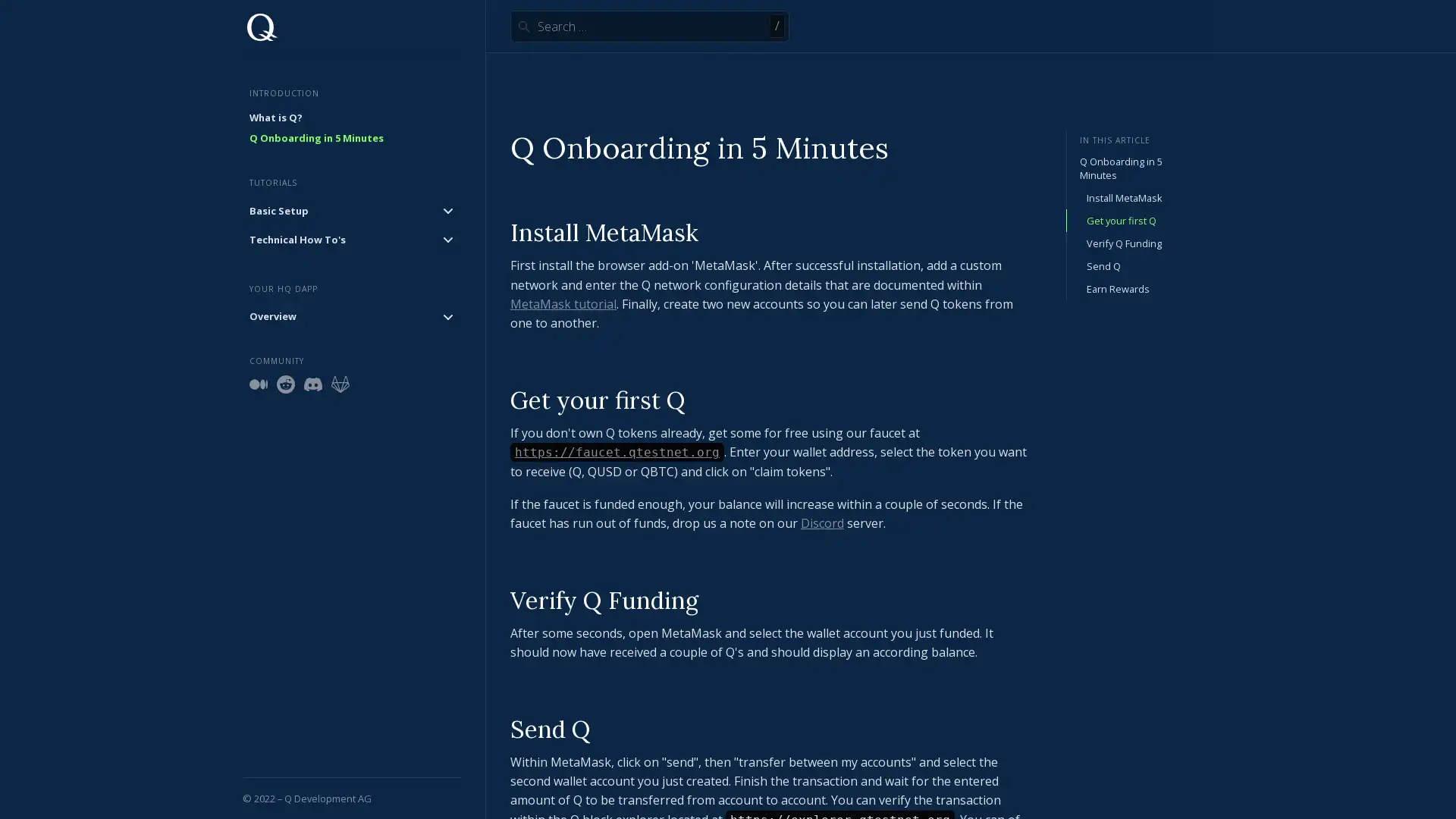  What do you see at coordinates (351, 210) in the screenshot?
I see `Basic Setup` at bounding box center [351, 210].